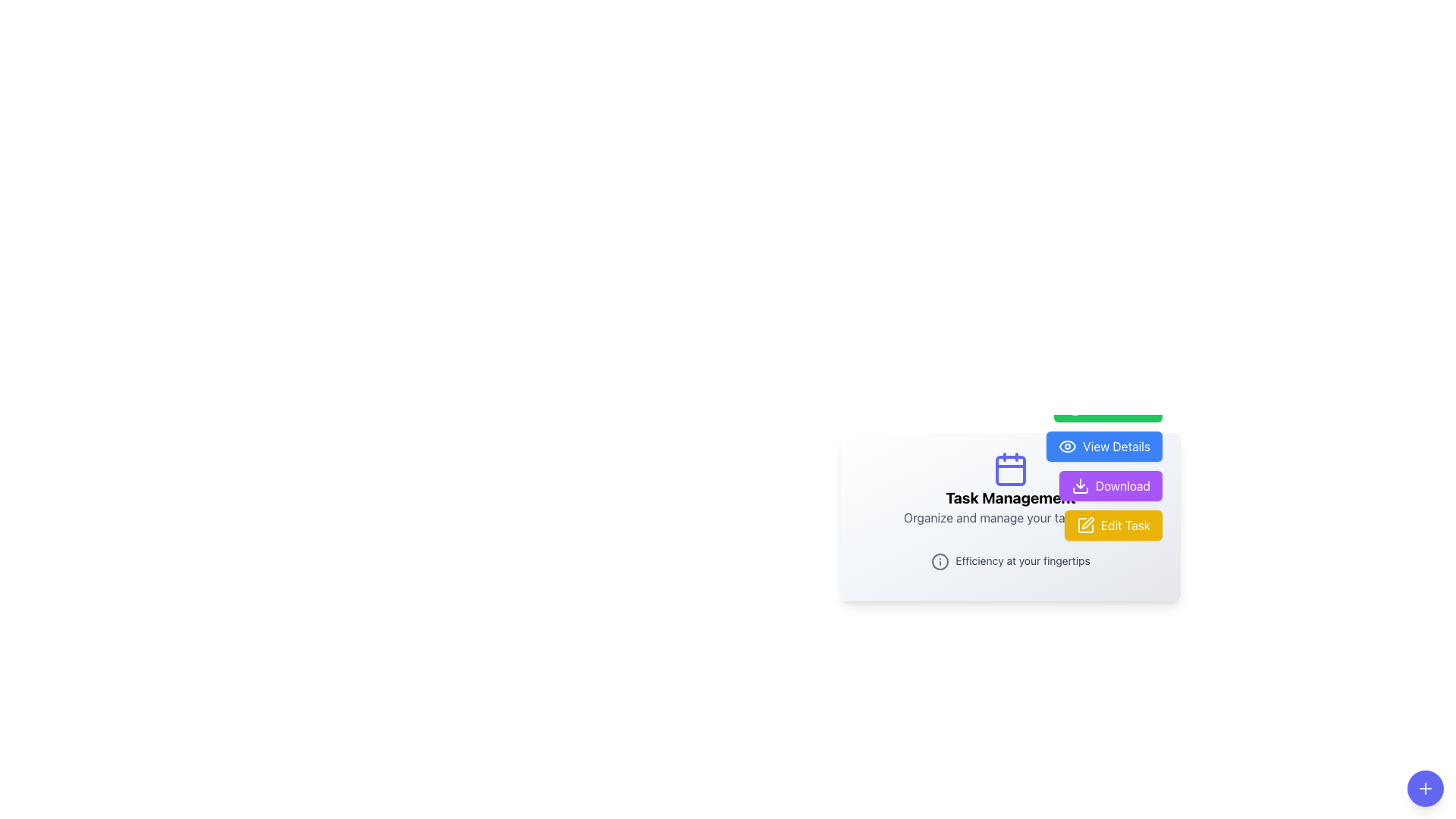 This screenshot has width=1456, height=819. I want to click on the text label displaying 'Task Management', which is styled with a bold font and is centrally positioned beneath a calendar icon, so click(1011, 497).